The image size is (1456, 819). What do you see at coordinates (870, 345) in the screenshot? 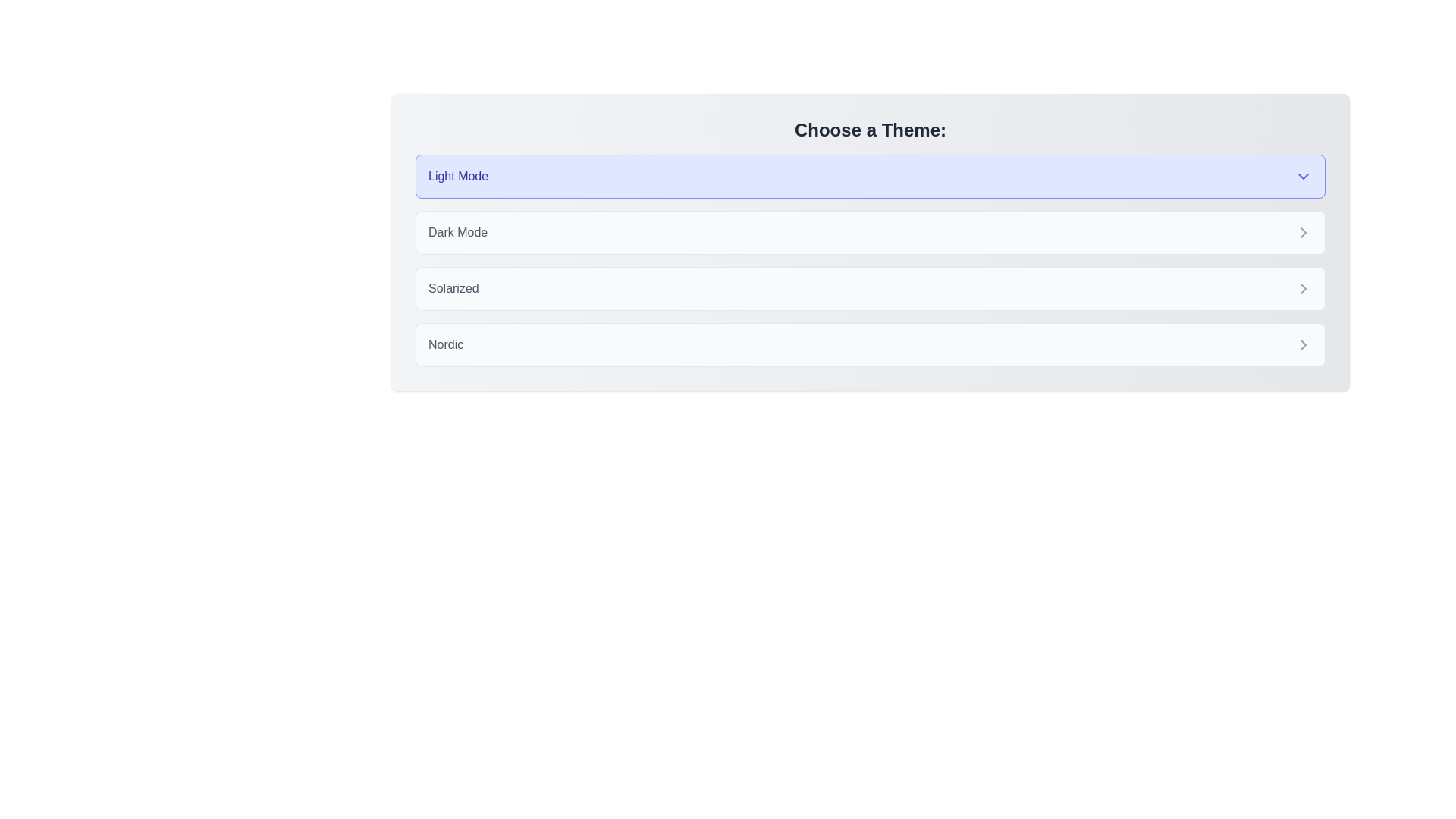
I see `the theme chip labeled Nordic to observe its hover effect` at bounding box center [870, 345].